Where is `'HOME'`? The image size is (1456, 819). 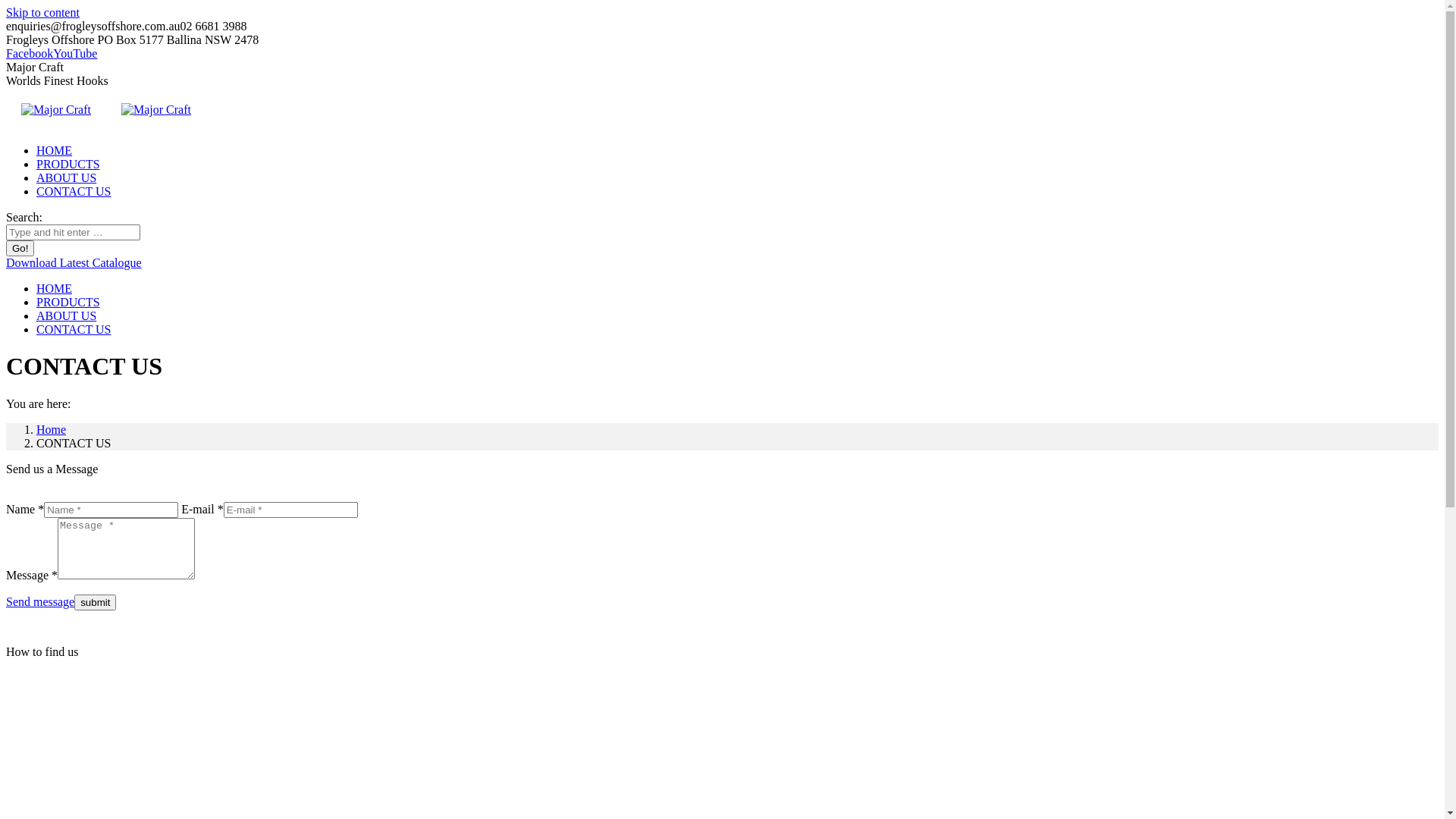 'HOME' is located at coordinates (54, 150).